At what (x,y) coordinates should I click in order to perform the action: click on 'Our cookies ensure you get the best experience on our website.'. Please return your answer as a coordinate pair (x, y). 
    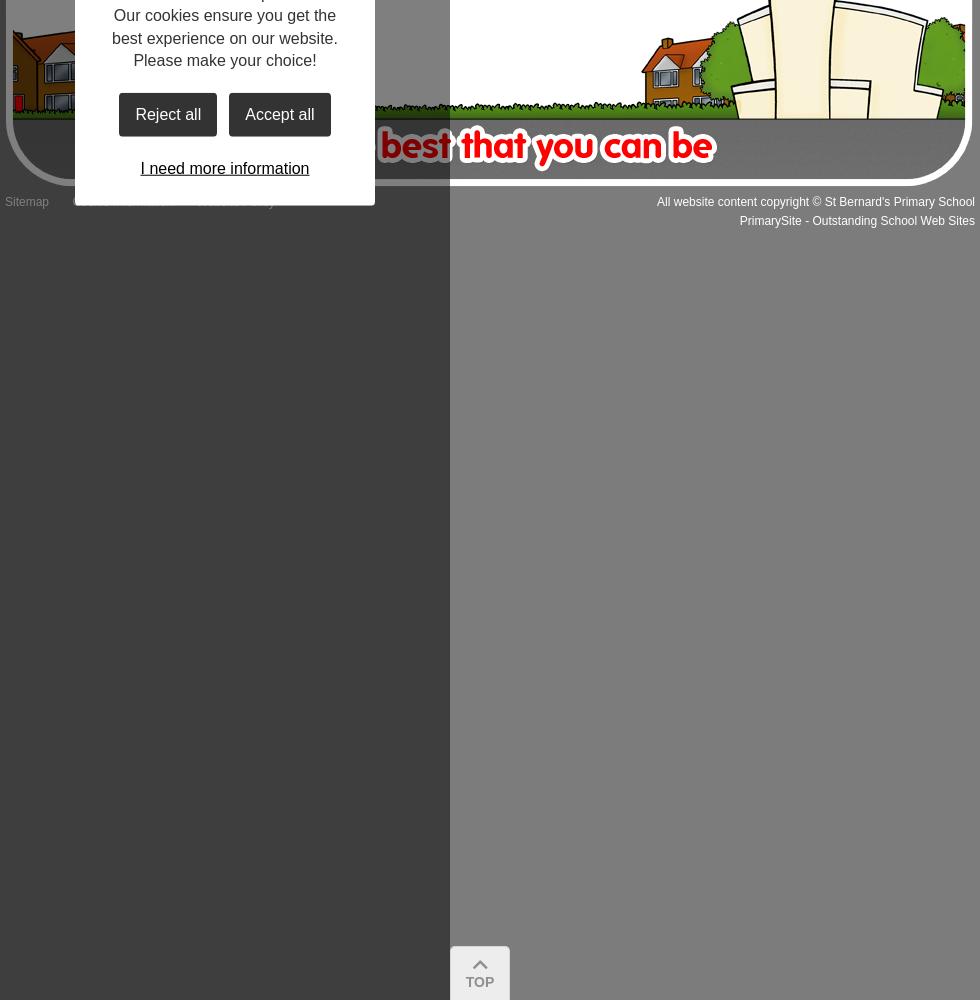
    Looking at the image, I should click on (224, 26).